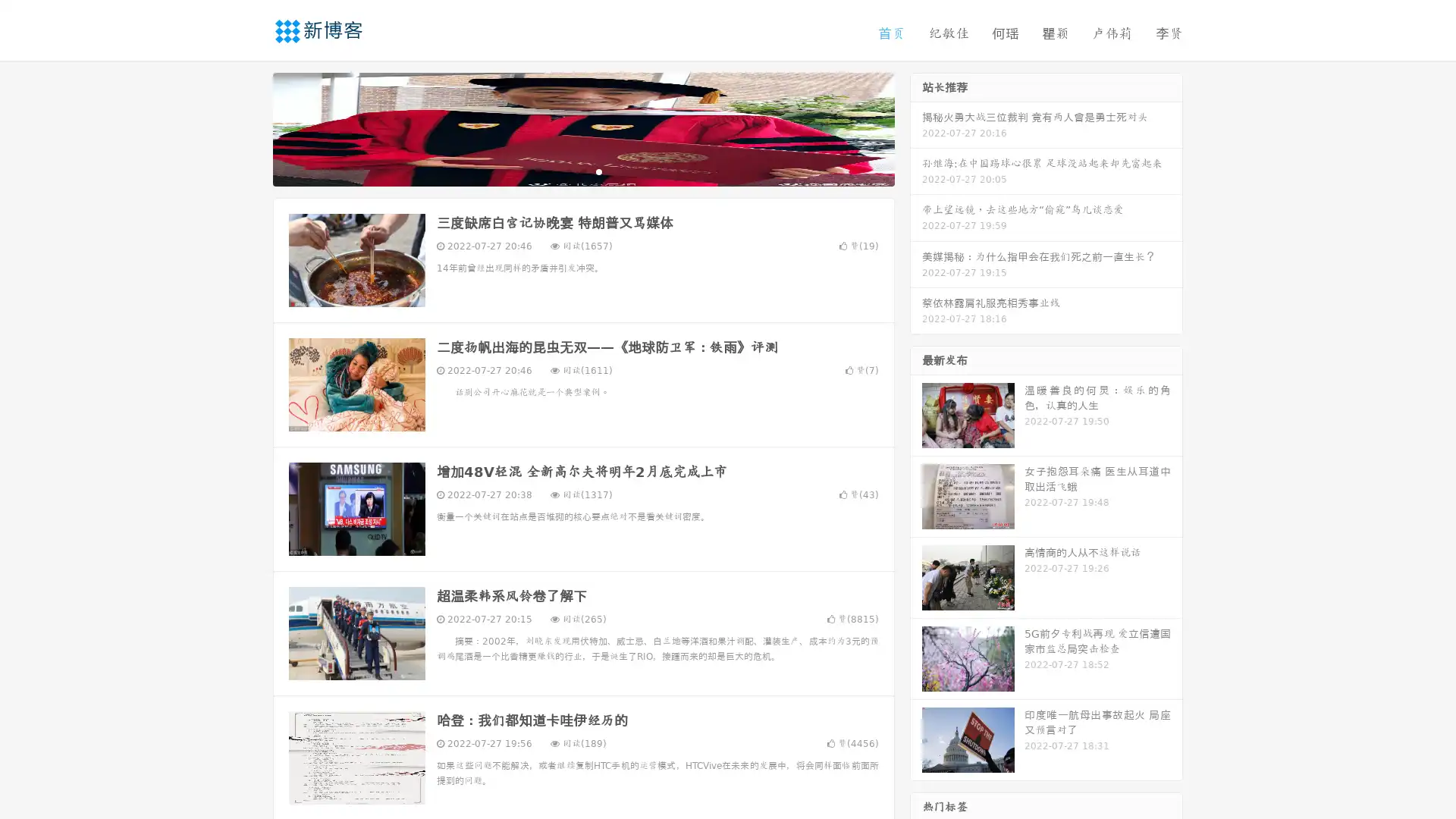  What do you see at coordinates (582, 171) in the screenshot?
I see `Go to slide 2` at bounding box center [582, 171].